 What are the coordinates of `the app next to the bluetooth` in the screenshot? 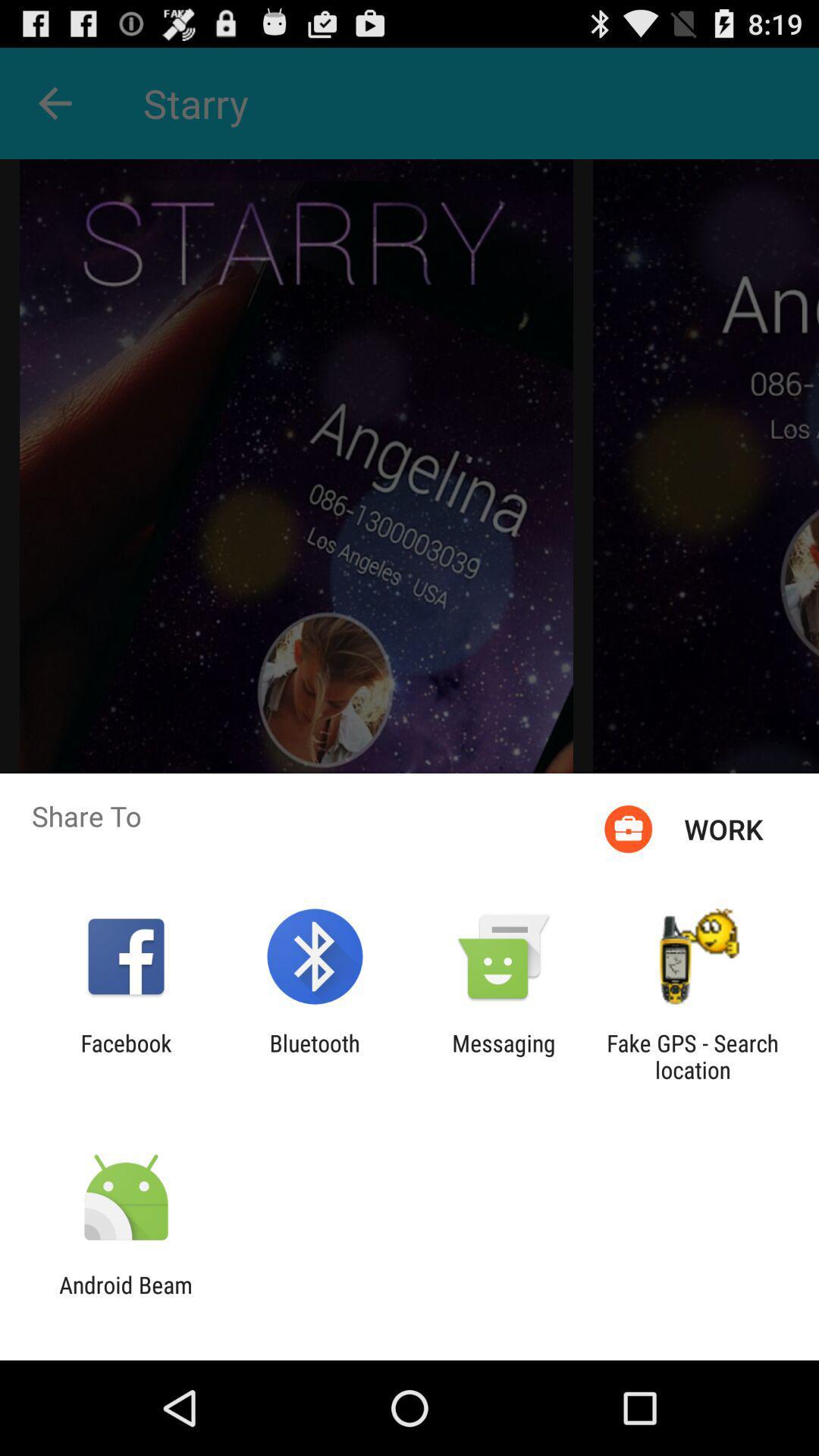 It's located at (125, 1056).